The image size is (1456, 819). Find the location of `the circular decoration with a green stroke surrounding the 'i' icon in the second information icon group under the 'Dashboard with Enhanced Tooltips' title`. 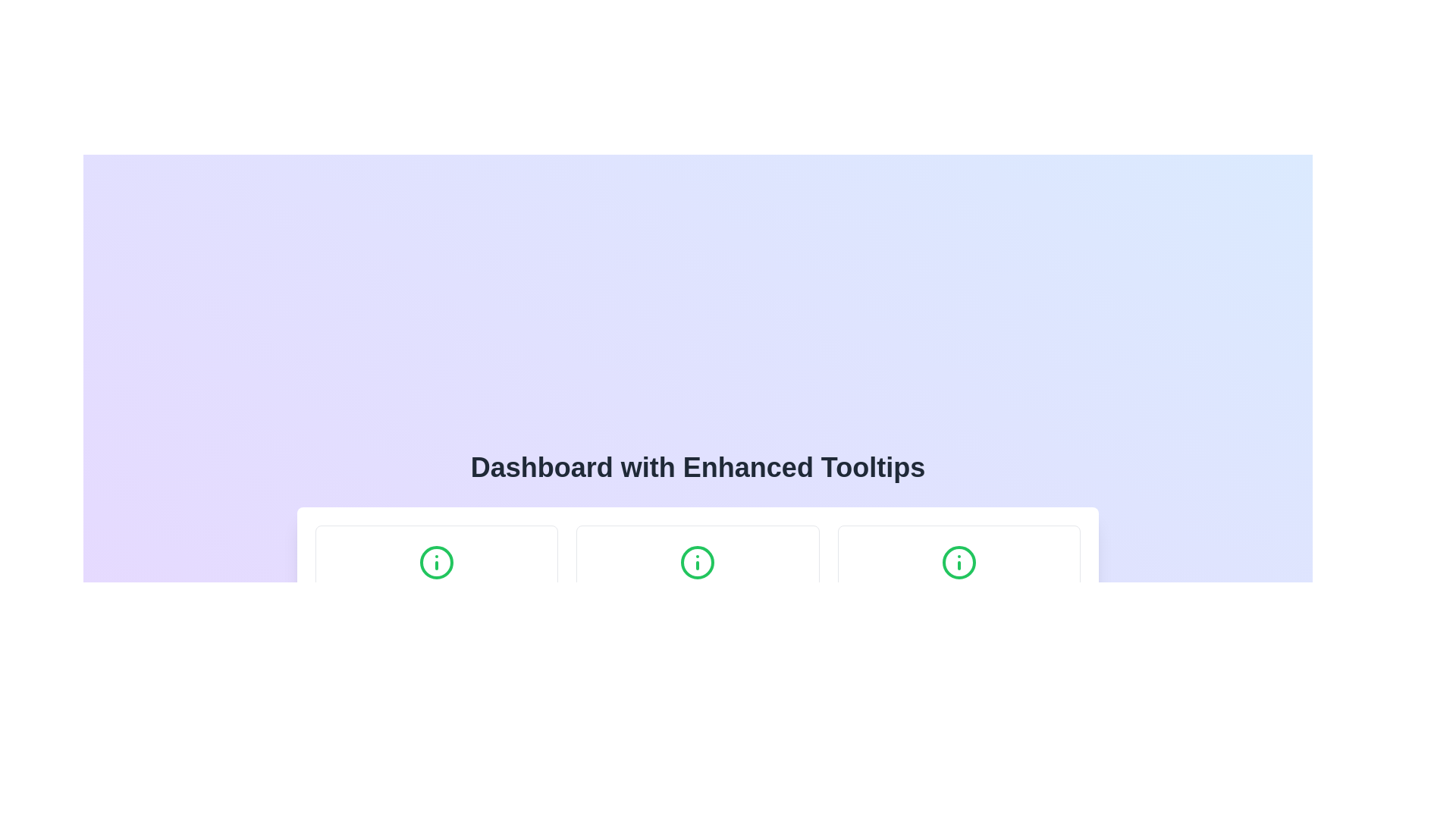

the circular decoration with a green stroke surrounding the 'i' icon in the second information icon group under the 'Dashboard with Enhanced Tooltips' title is located at coordinates (697, 562).